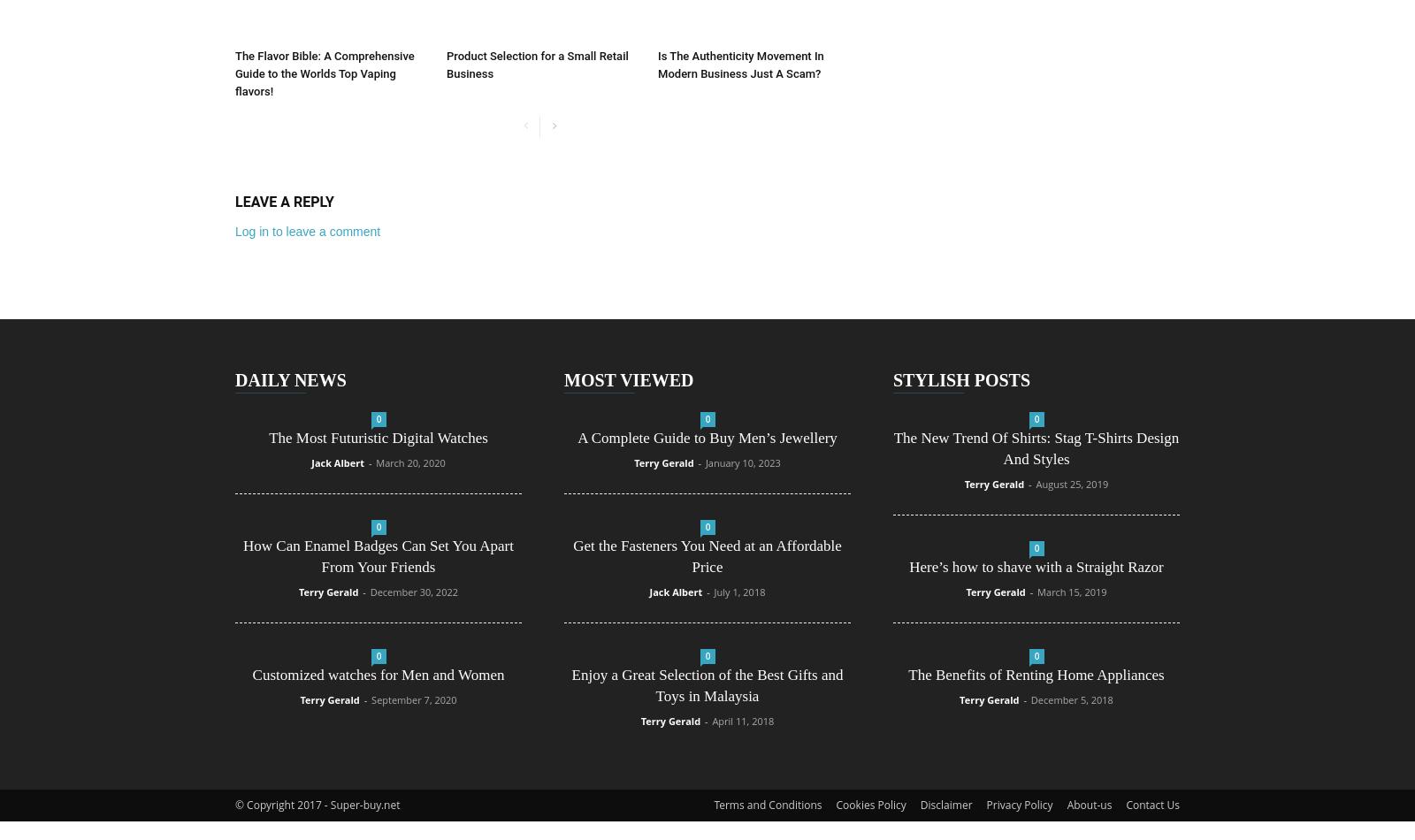  What do you see at coordinates (961, 378) in the screenshot?
I see `'Stylish Posts'` at bounding box center [961, 378].